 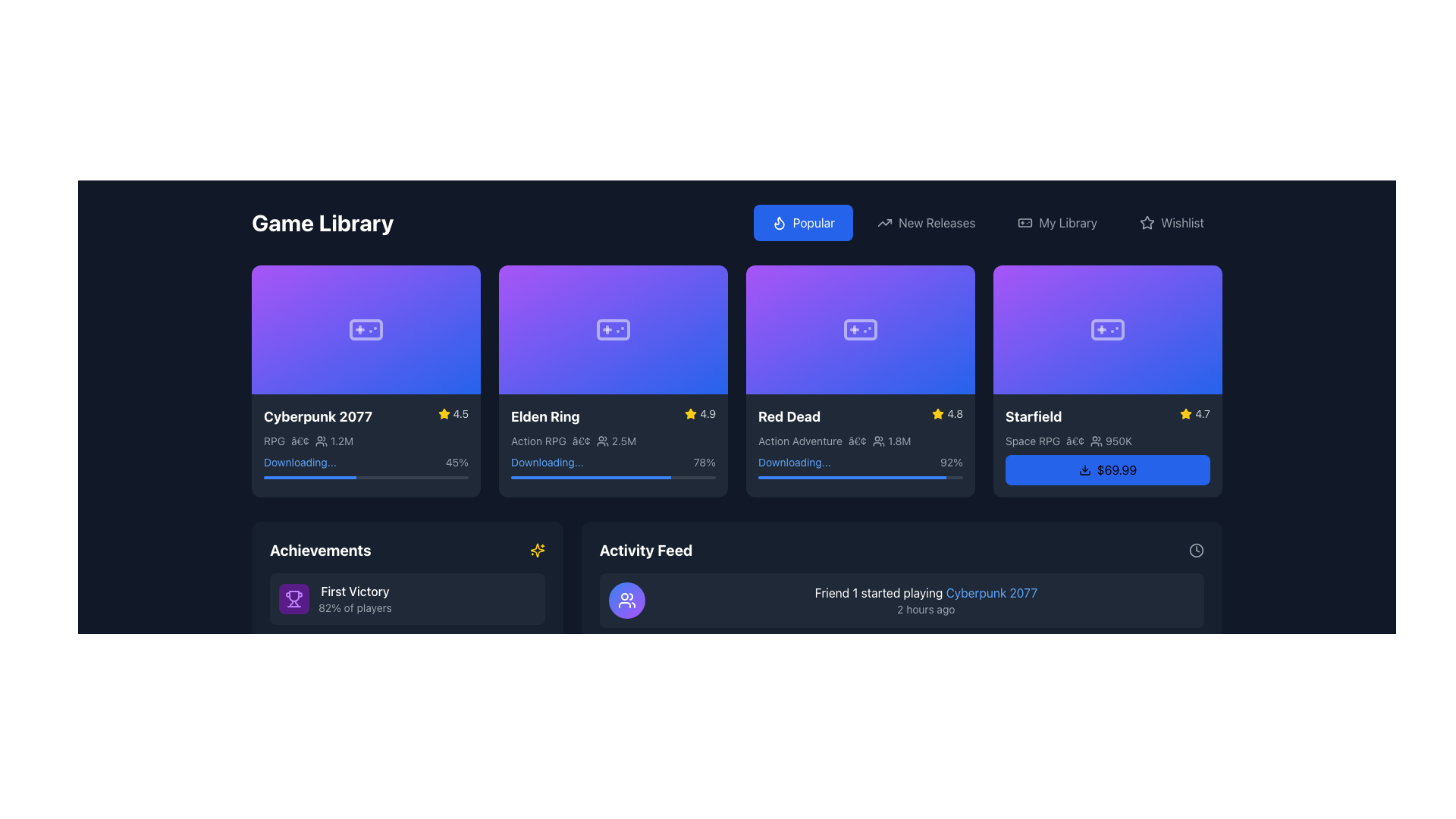 What do you see at coordinates (1107, 441) in the screenshot?
I see `the text element displaying 'Space RPG • 950K' located above the blue button in the 'Starfield' card within the 'Game Library' section` at bounding box center [1107, 441].